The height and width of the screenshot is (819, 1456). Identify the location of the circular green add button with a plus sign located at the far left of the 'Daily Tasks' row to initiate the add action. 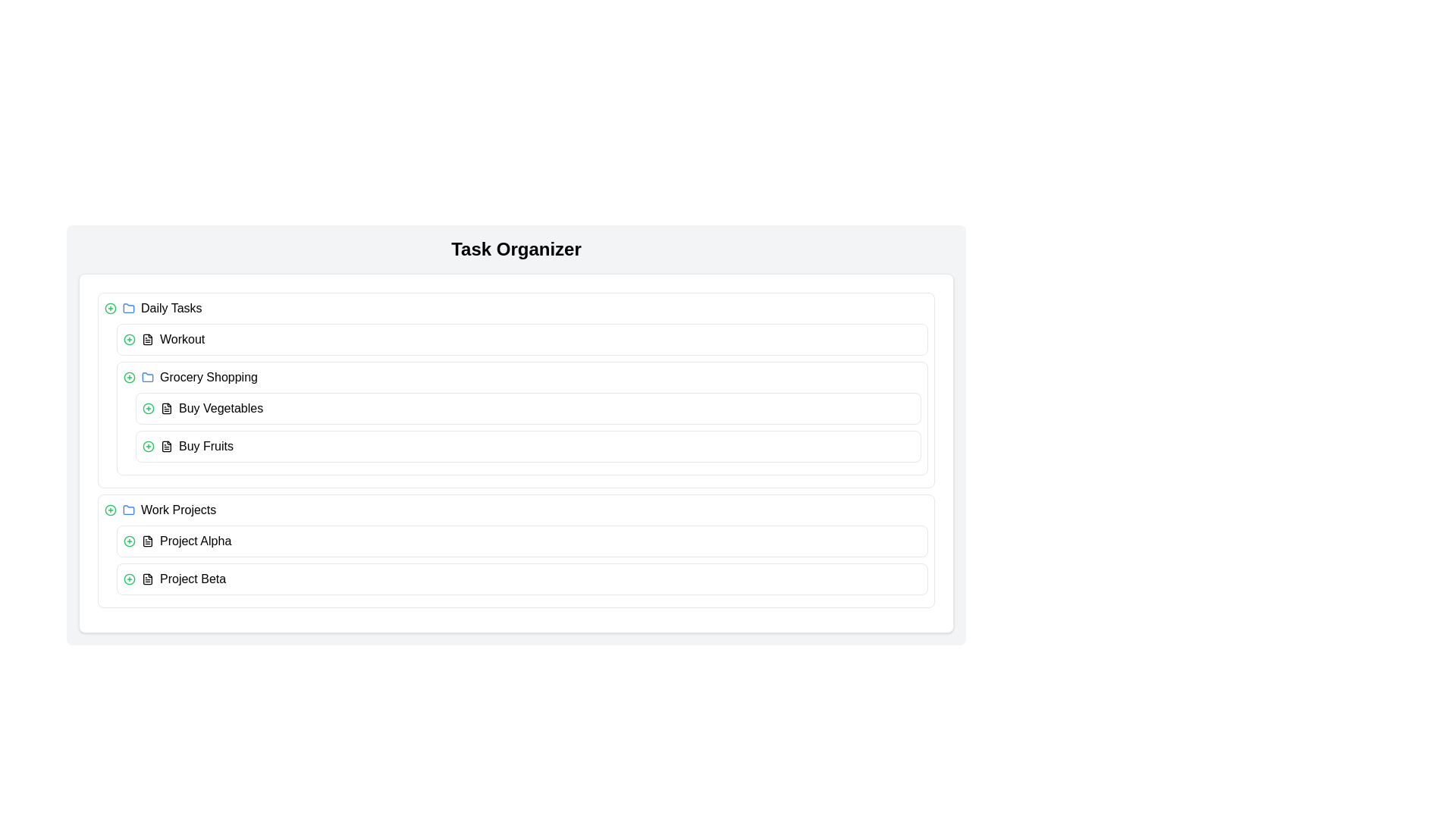
(109, 308).